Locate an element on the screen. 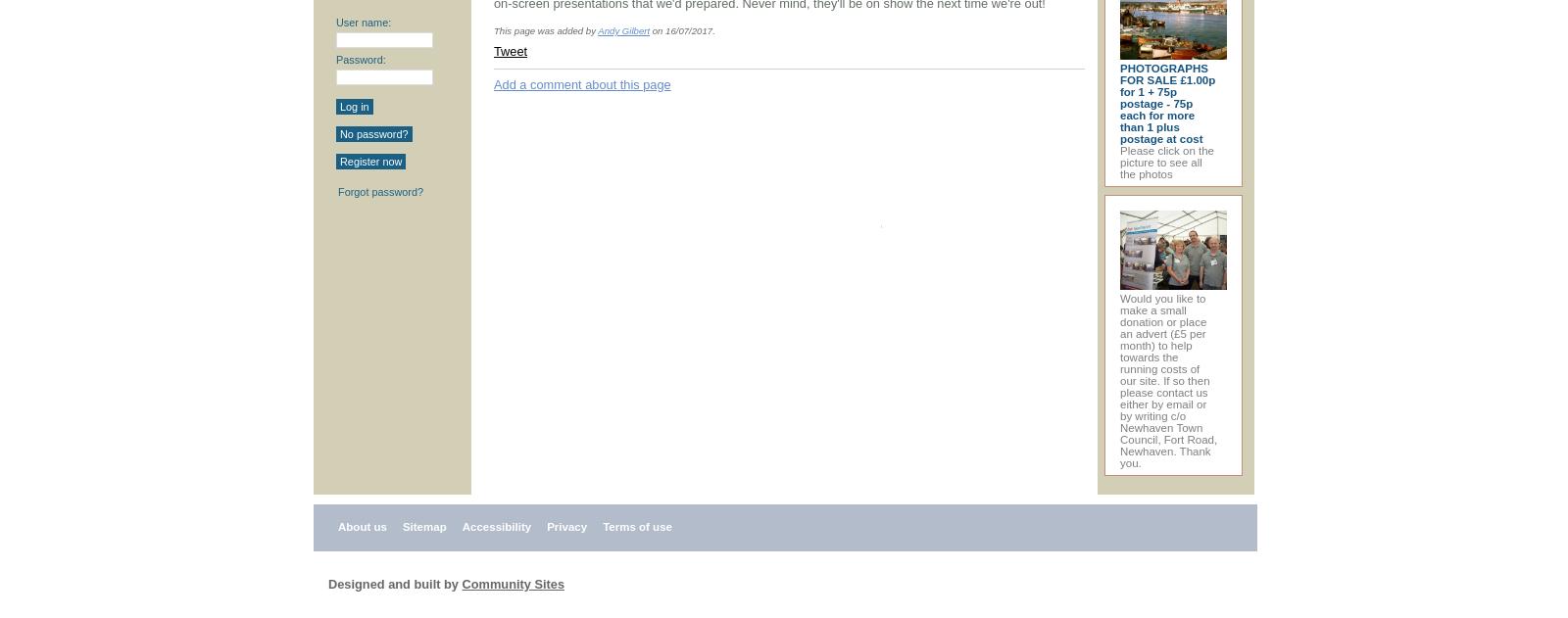  'Add a comment about this page' is located at coordinates (580, 83).